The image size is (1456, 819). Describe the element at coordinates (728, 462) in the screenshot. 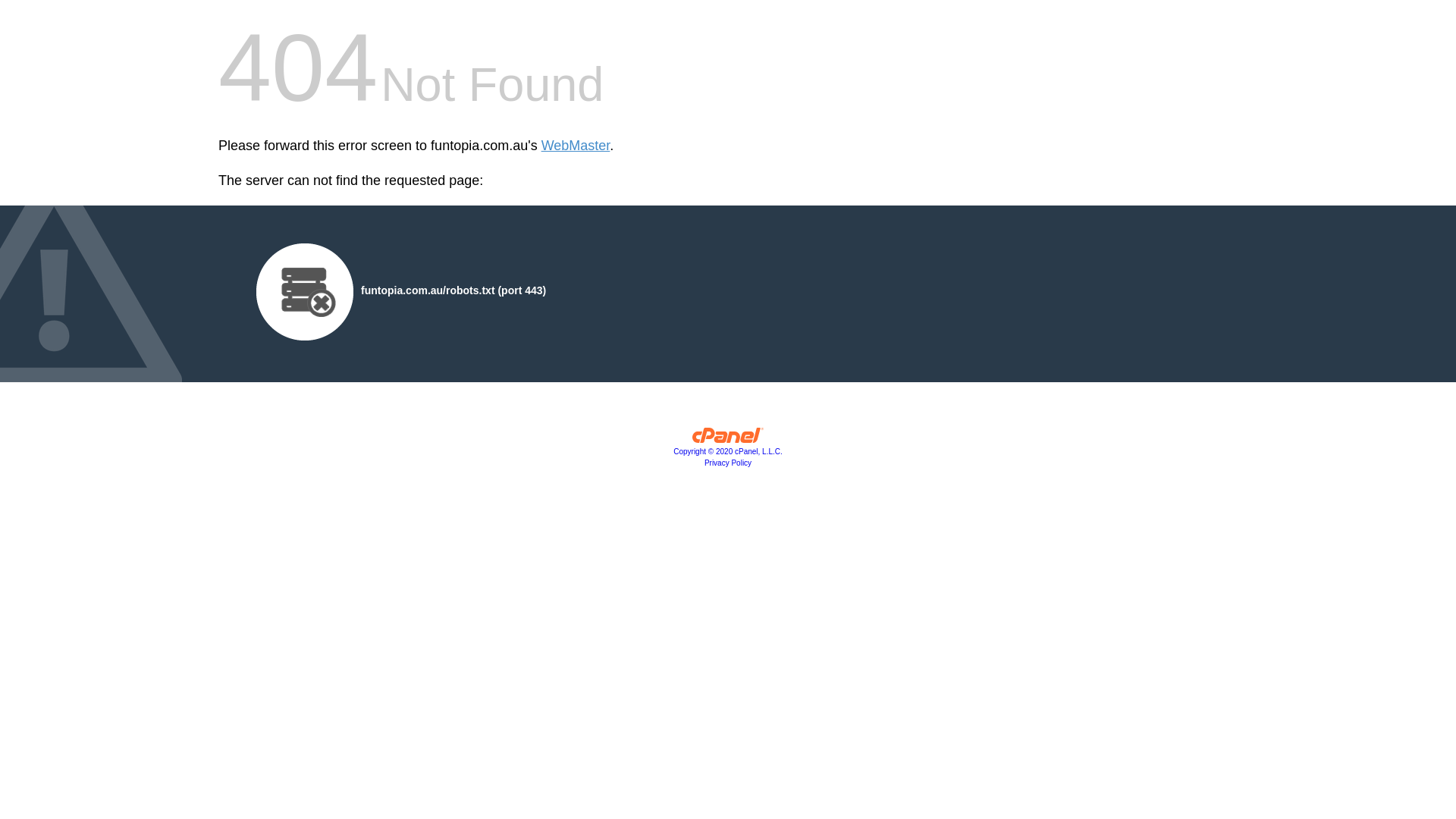

I see `'Privacy Policy'` at that location.